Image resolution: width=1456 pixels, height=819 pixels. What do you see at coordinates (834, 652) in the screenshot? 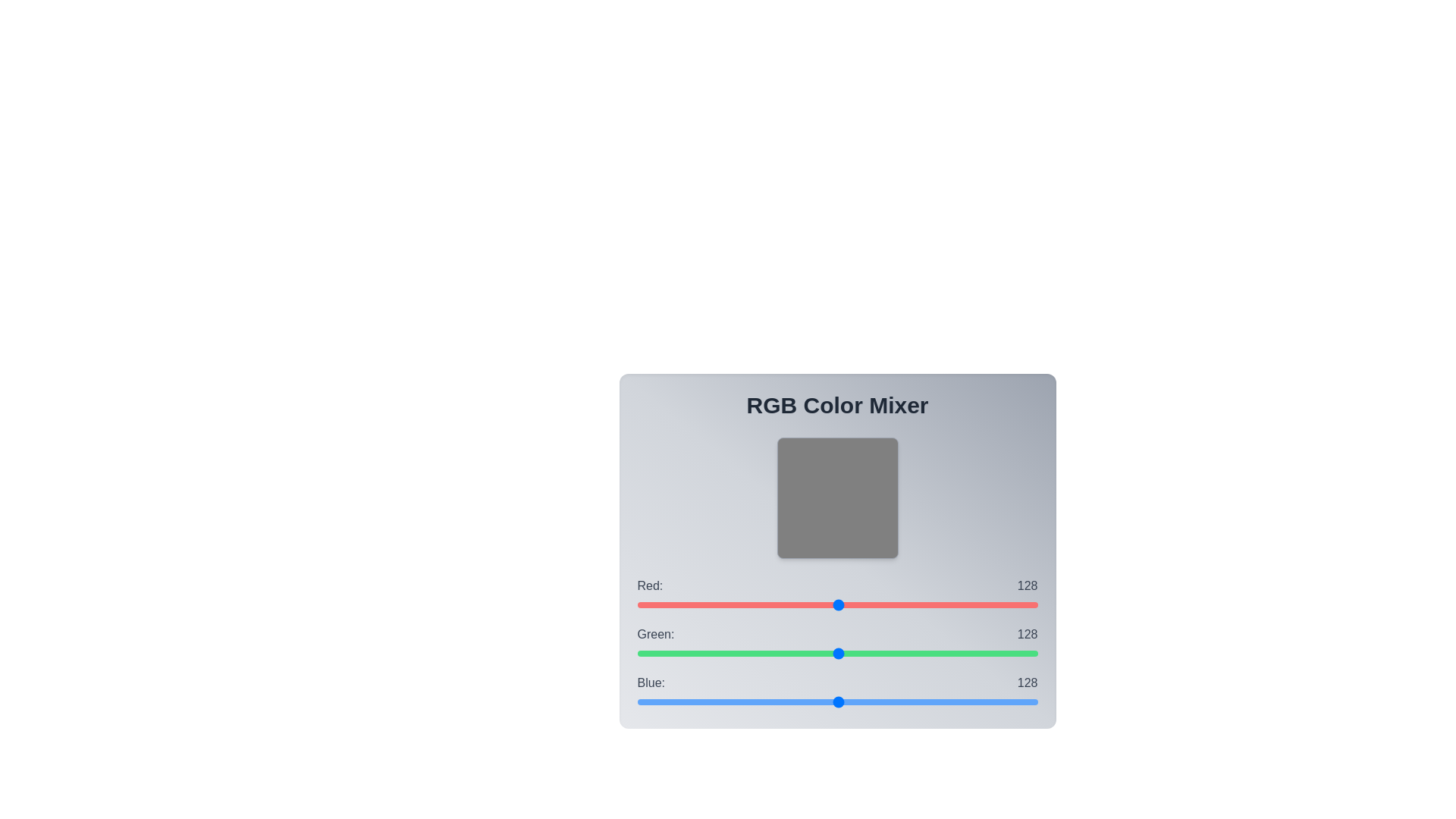
I see `the green slider to set its value to 126` at bounding box center [834, 652].